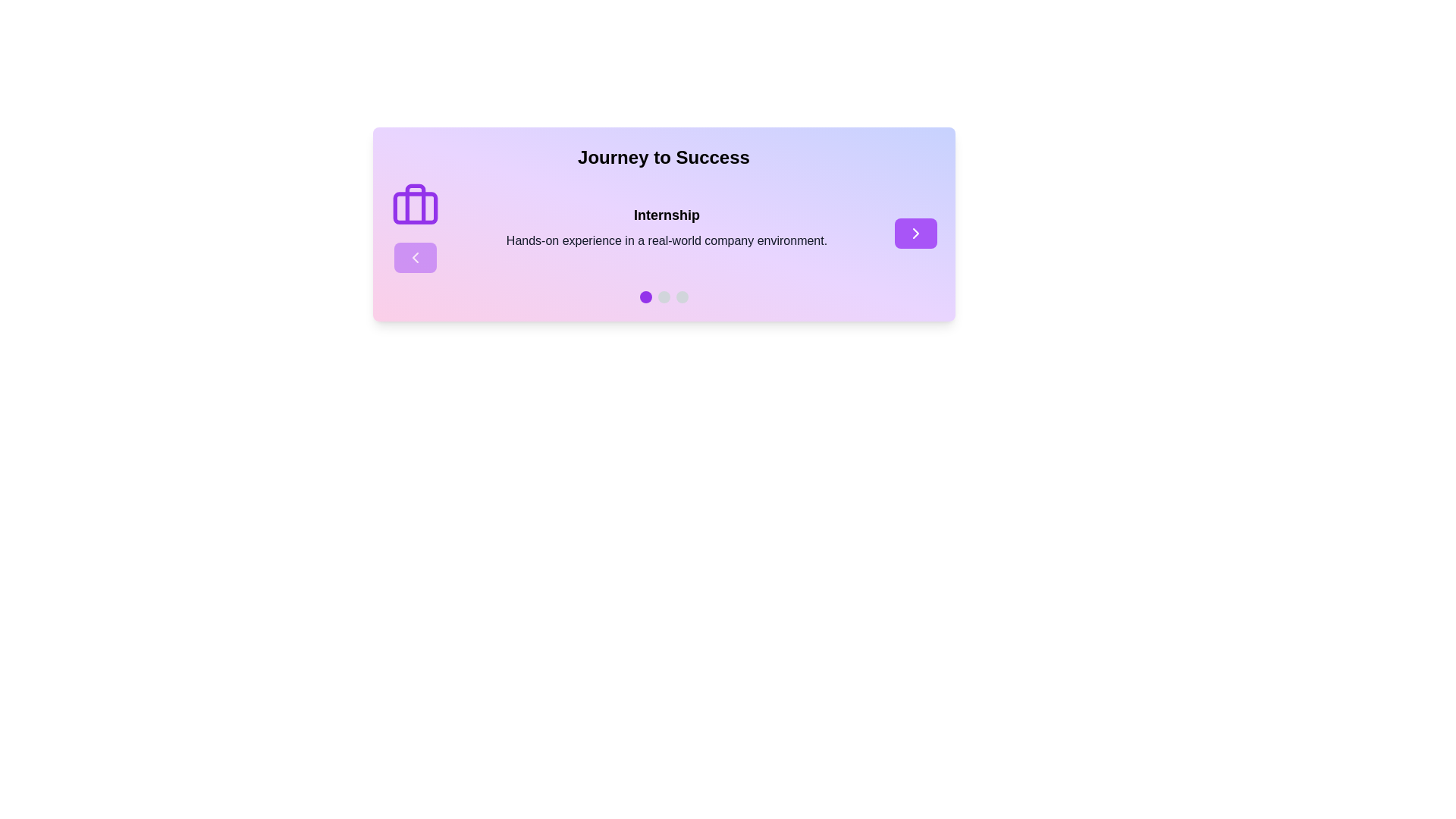  I want to click on the text element displaying 'Hands-on experience in a real-world company environment.' which is positioned beneath the heading 'Internship.', so click(667, 240).